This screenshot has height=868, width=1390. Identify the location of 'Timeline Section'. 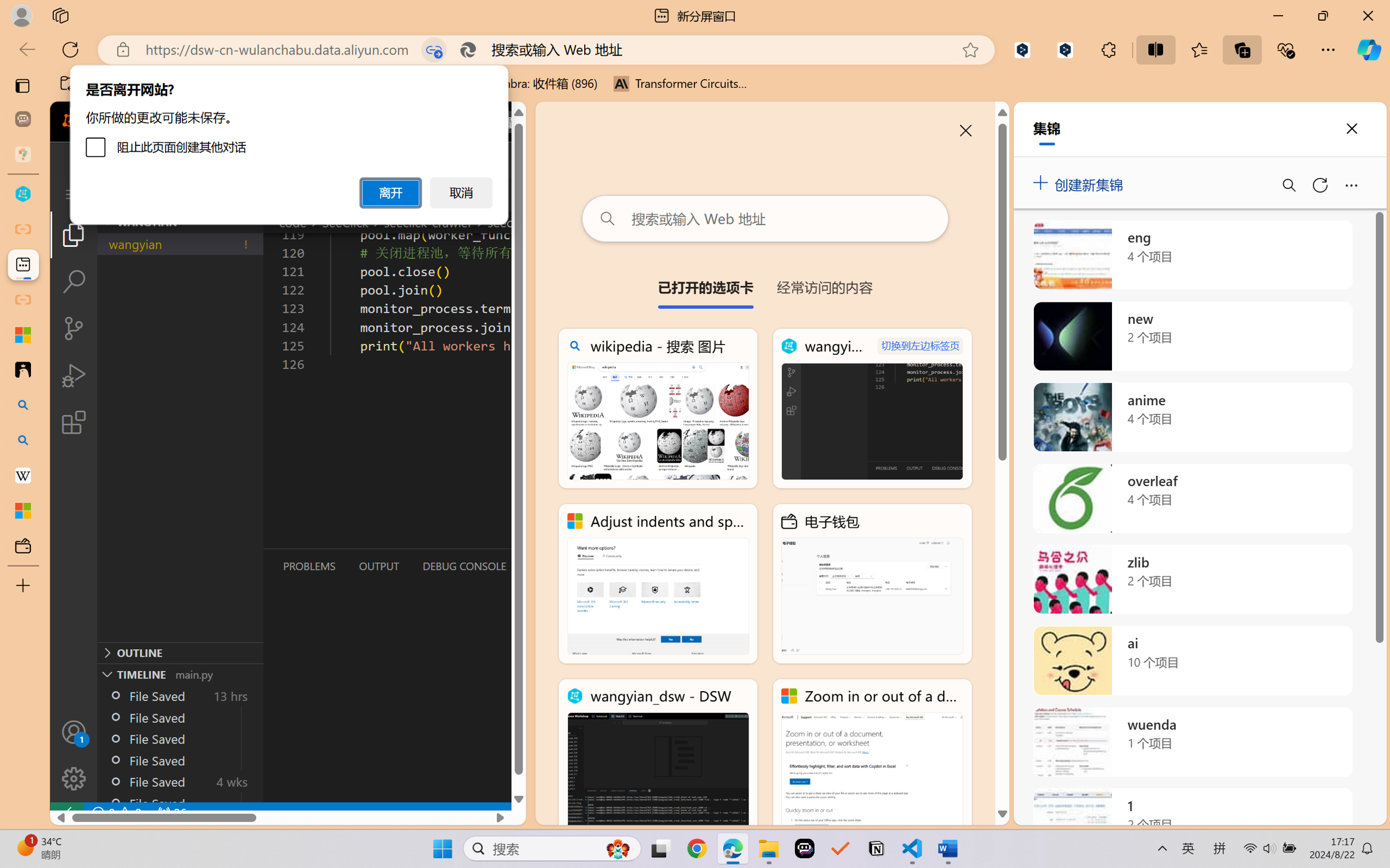
(180, 674).